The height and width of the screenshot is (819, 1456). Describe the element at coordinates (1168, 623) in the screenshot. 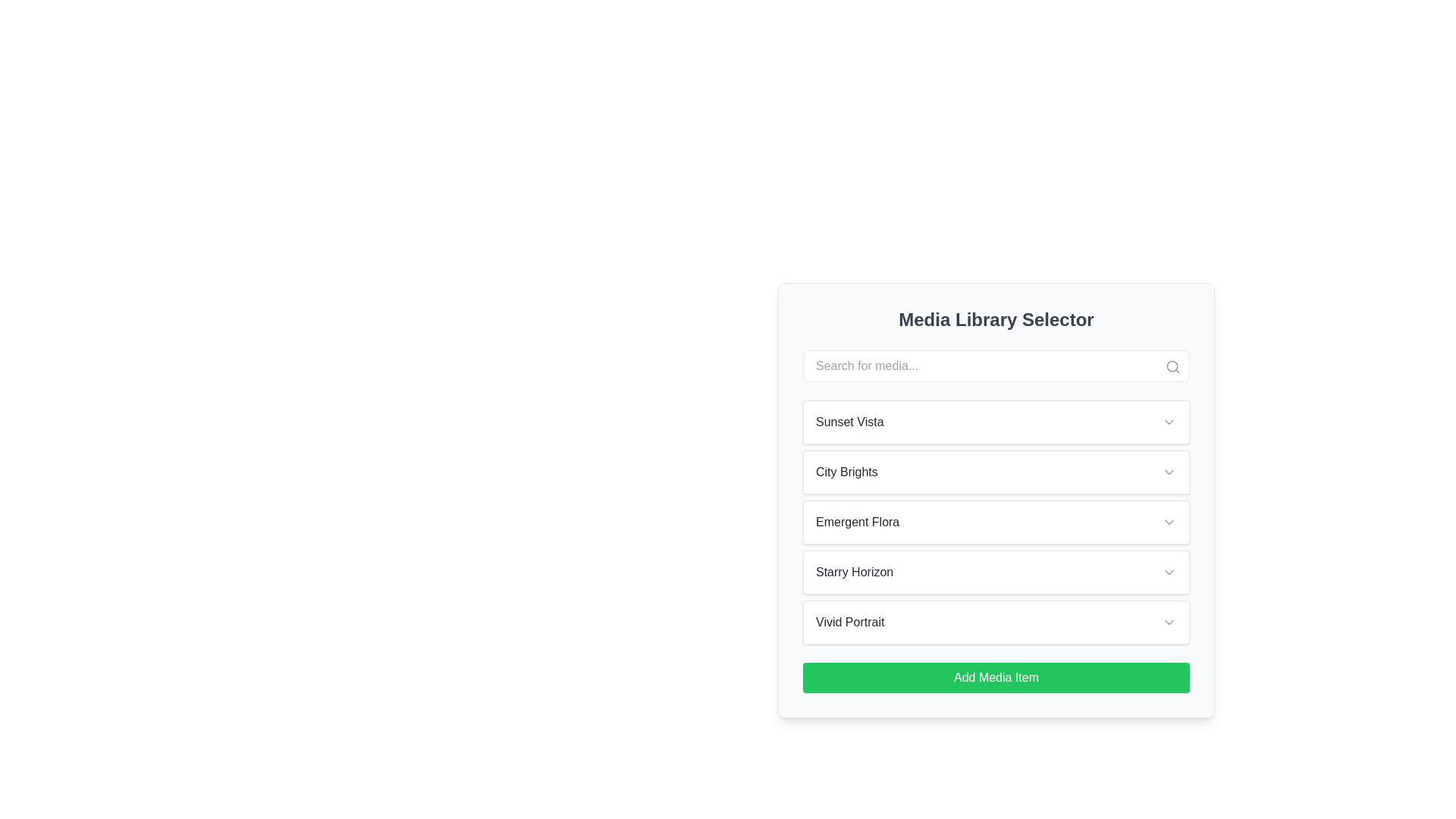

I see `the downwards pointing gray arrow icon located in the 'Vivid Portrait' dropdown section` at that location.